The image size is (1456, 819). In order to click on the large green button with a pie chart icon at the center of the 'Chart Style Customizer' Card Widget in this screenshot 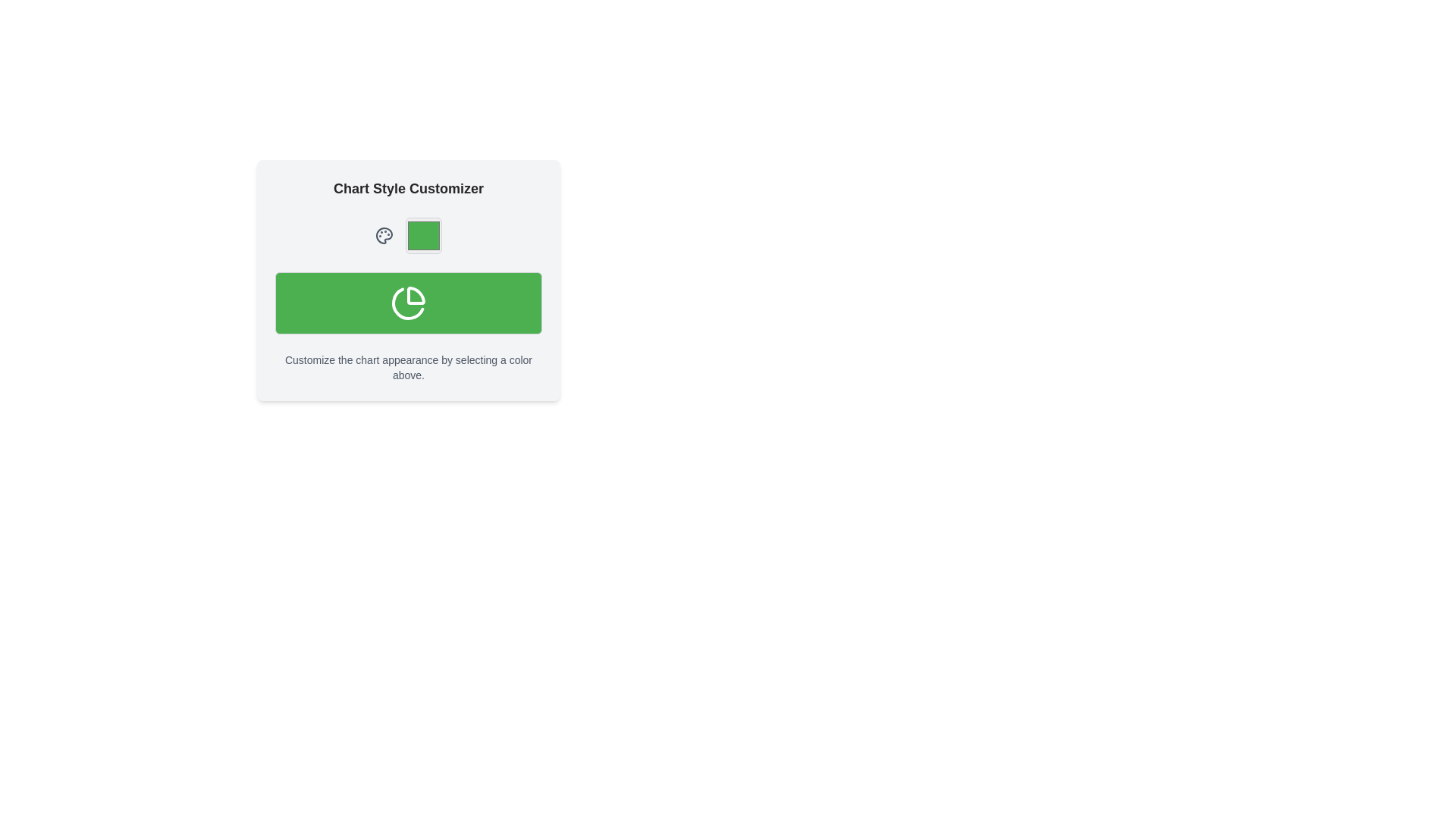, I will do `click(408, 281)`.